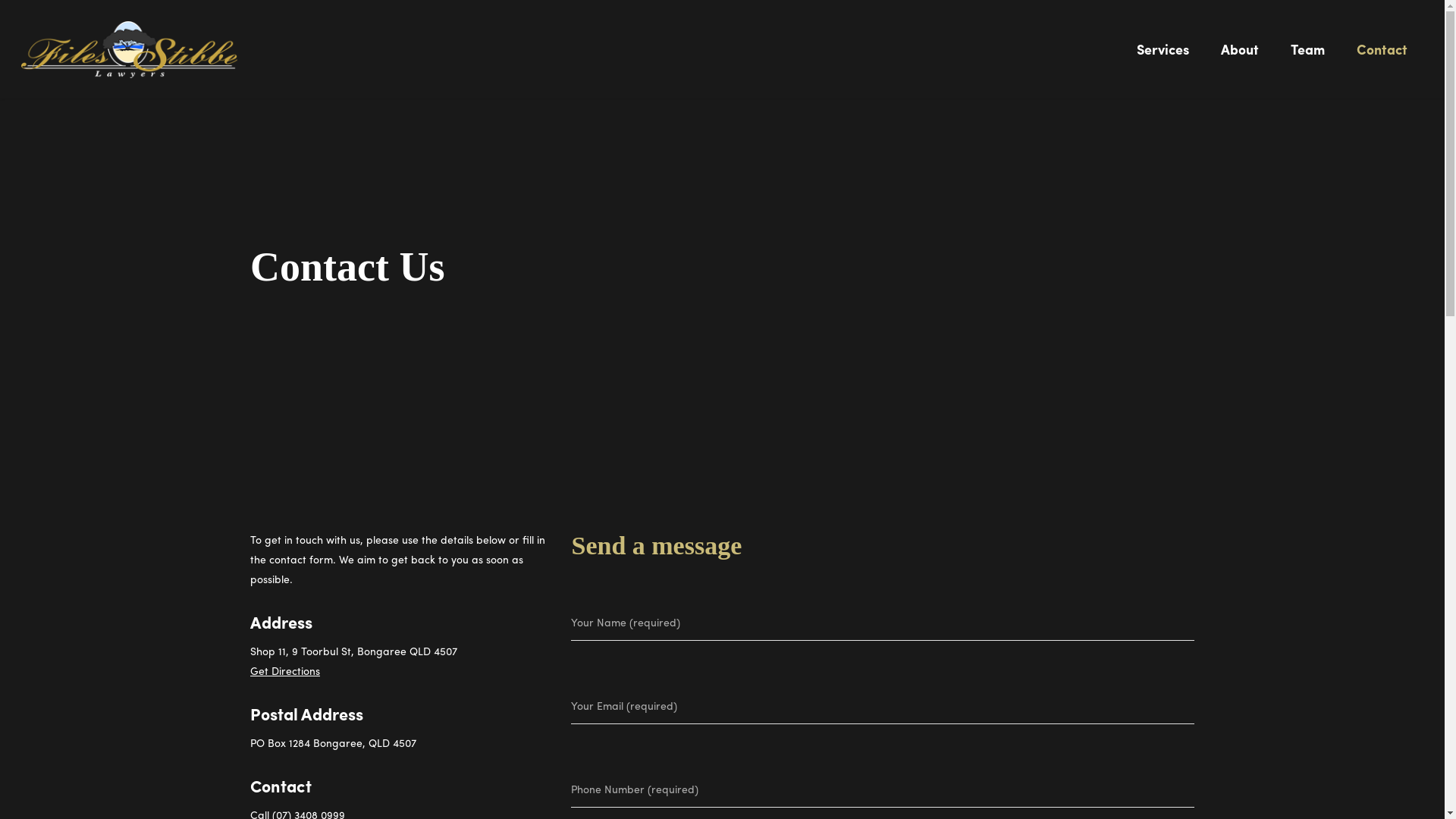  I want to click on 'Get Directions', so click(250, 669).